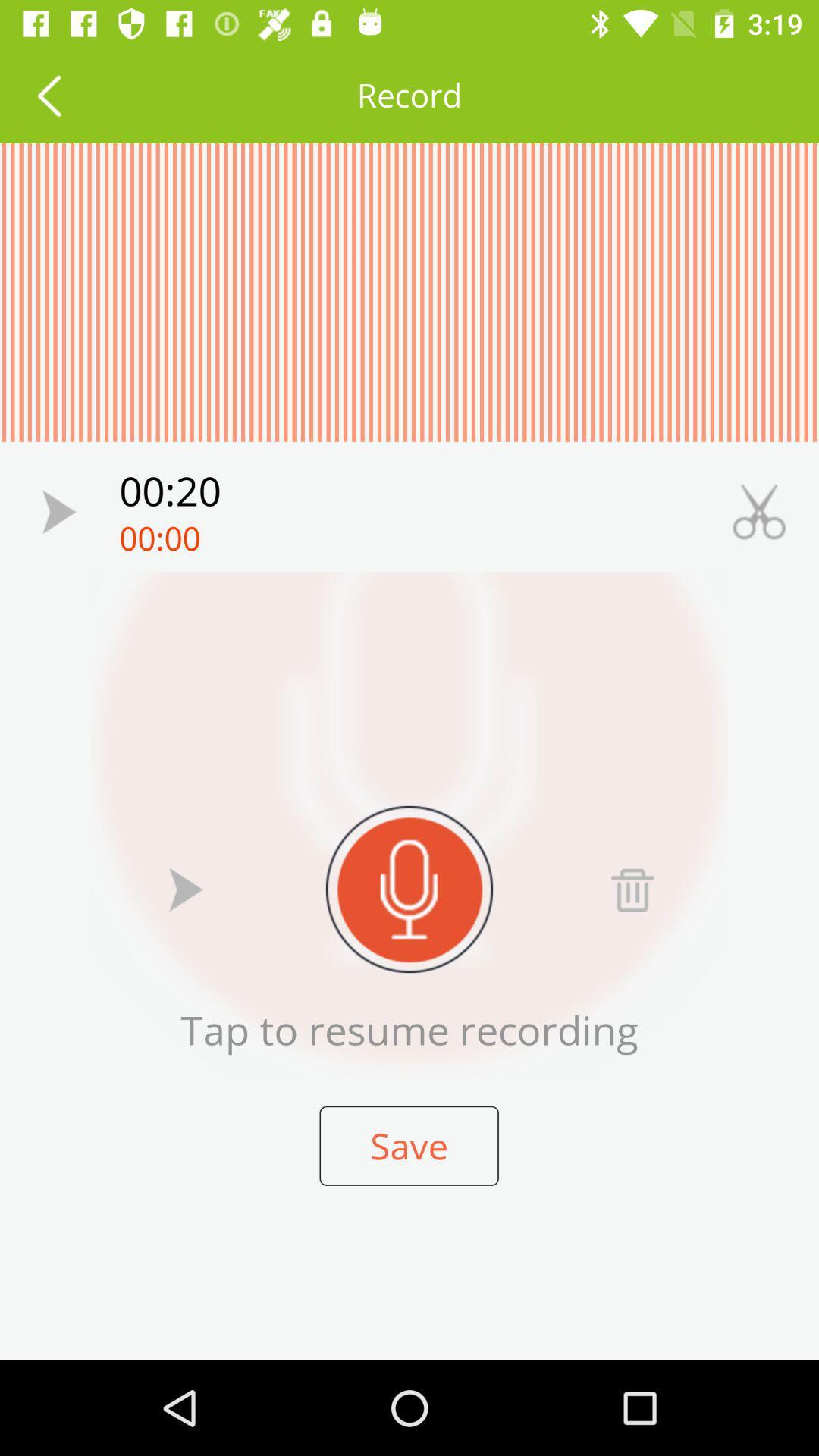 The image size is (819, 1456). Describe the element at coordinates (186, 889) in the screenshot. I see `button` at that location.